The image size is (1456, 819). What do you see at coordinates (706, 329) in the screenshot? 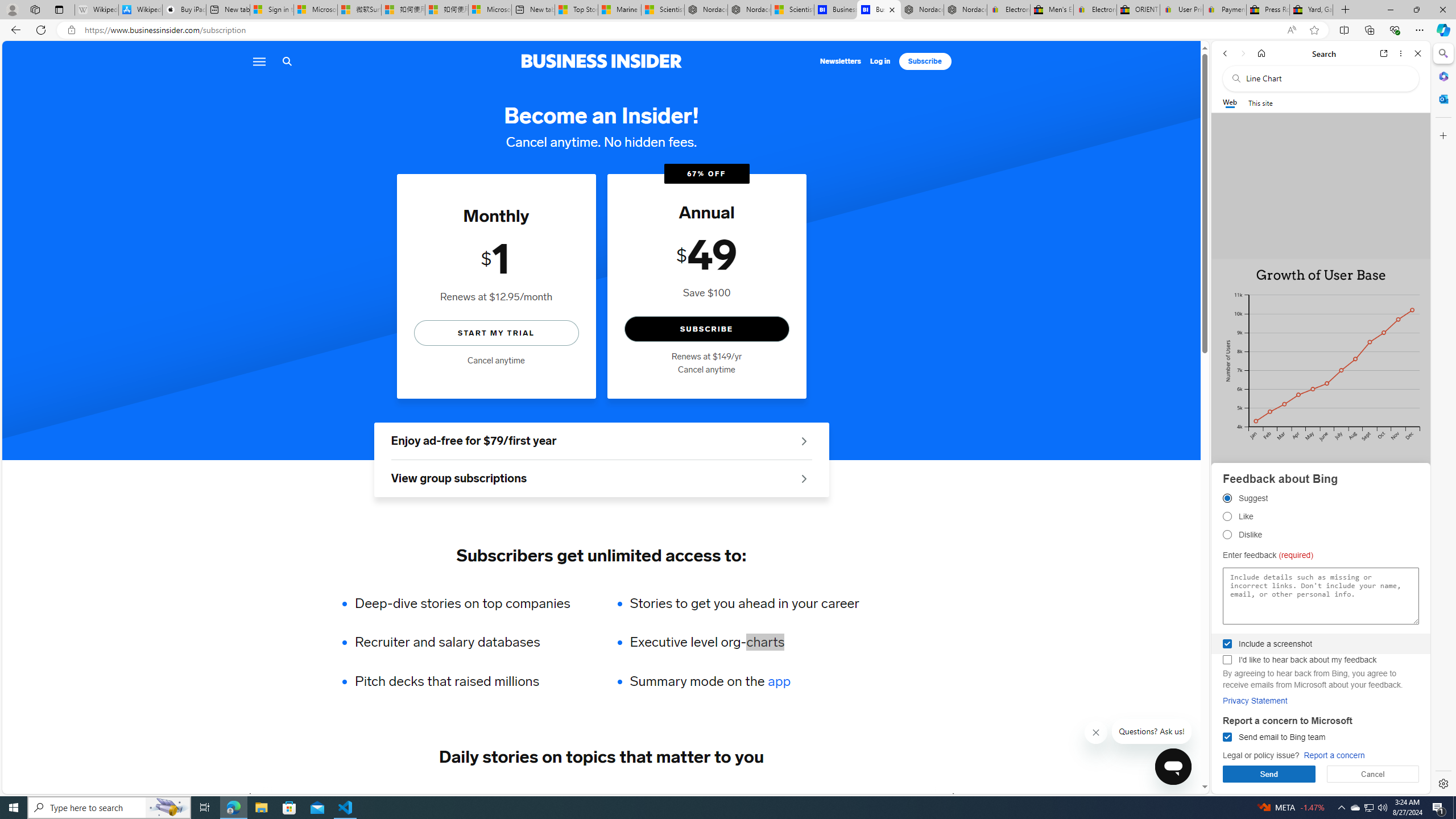
I see `'SUBSCRIBE'` at bounding box center [706, 329].